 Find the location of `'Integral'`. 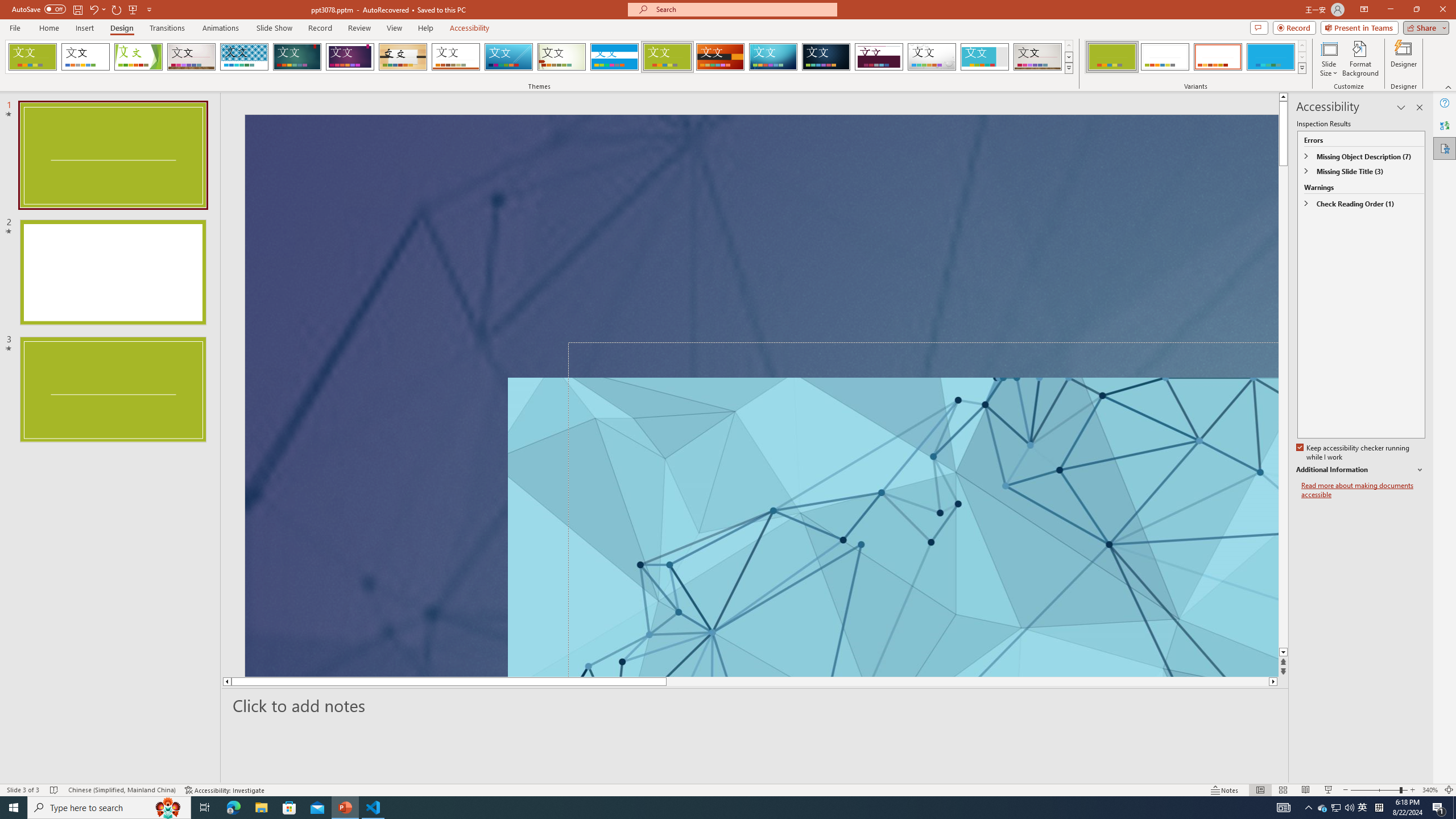

'Integral' is located at coordinates (244, 56).